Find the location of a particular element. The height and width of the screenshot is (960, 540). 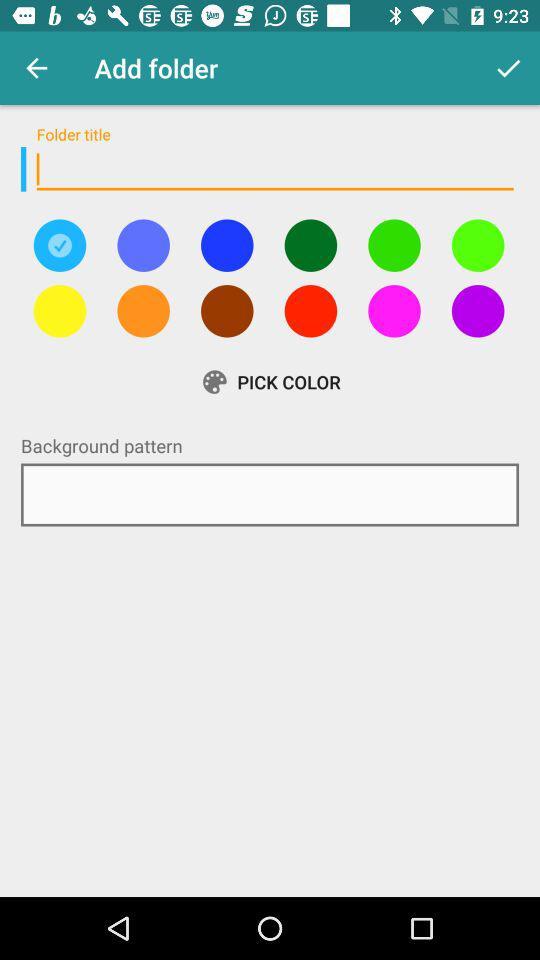

the avatar icon is located at coordinates (394, 311).